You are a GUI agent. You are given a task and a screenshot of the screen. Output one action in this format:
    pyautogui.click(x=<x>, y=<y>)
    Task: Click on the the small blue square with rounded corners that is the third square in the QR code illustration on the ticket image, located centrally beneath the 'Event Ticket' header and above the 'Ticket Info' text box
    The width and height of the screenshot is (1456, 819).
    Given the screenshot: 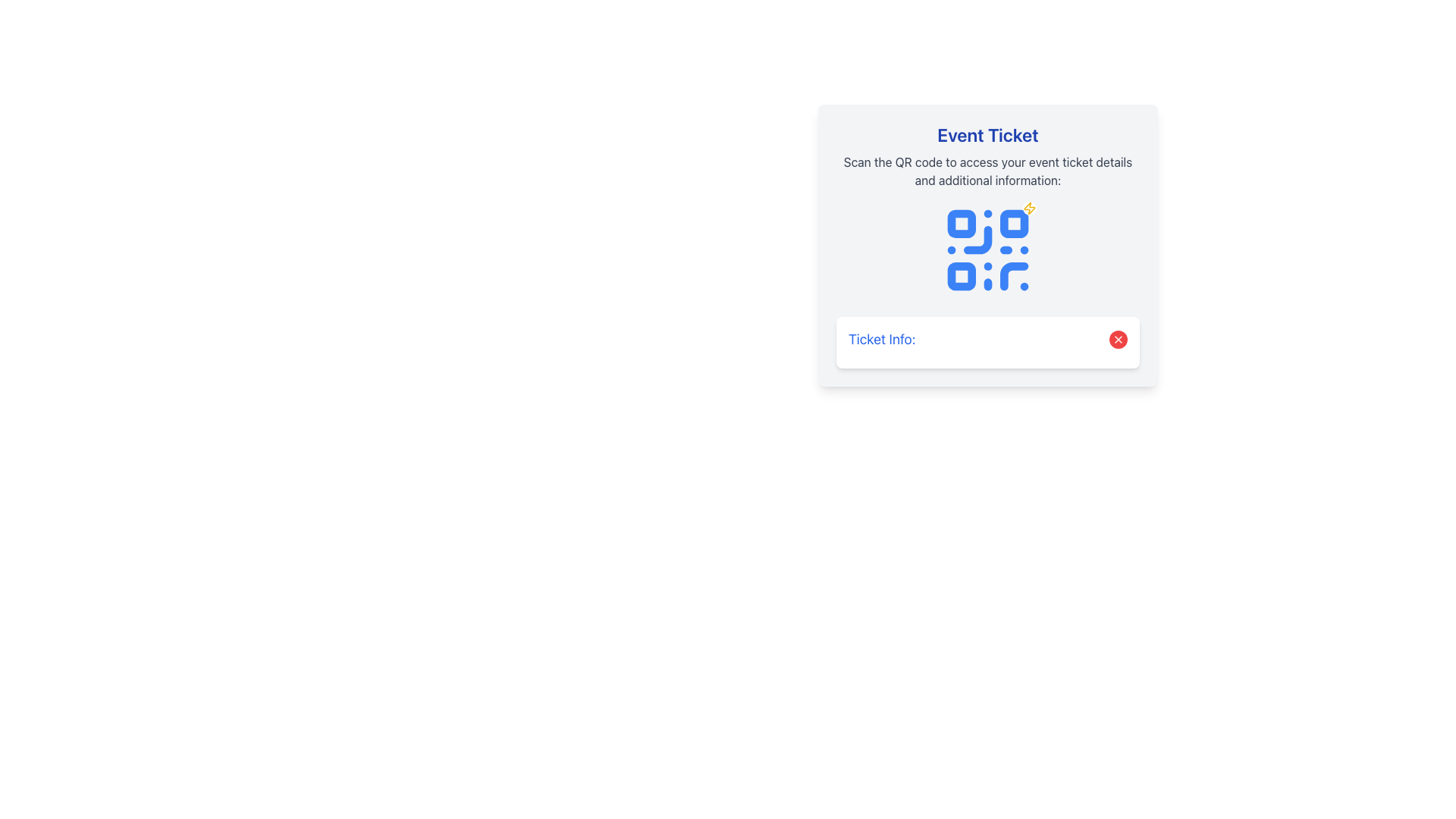 What is the action you would take?
    pyautogui.click(x=961, y=276)
    